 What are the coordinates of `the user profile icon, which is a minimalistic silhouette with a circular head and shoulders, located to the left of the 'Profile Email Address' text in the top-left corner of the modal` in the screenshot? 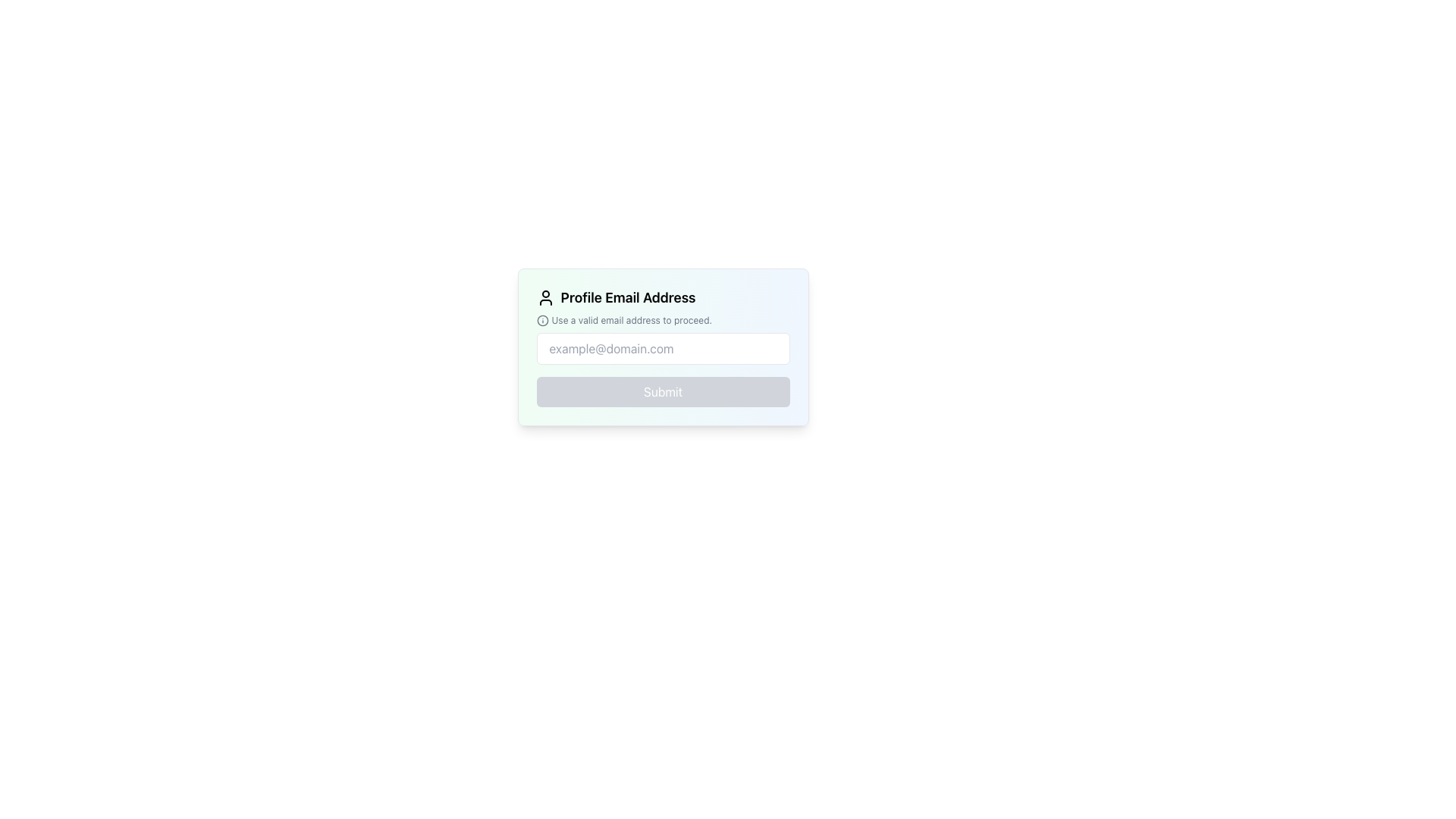 It's located at (545, 298).